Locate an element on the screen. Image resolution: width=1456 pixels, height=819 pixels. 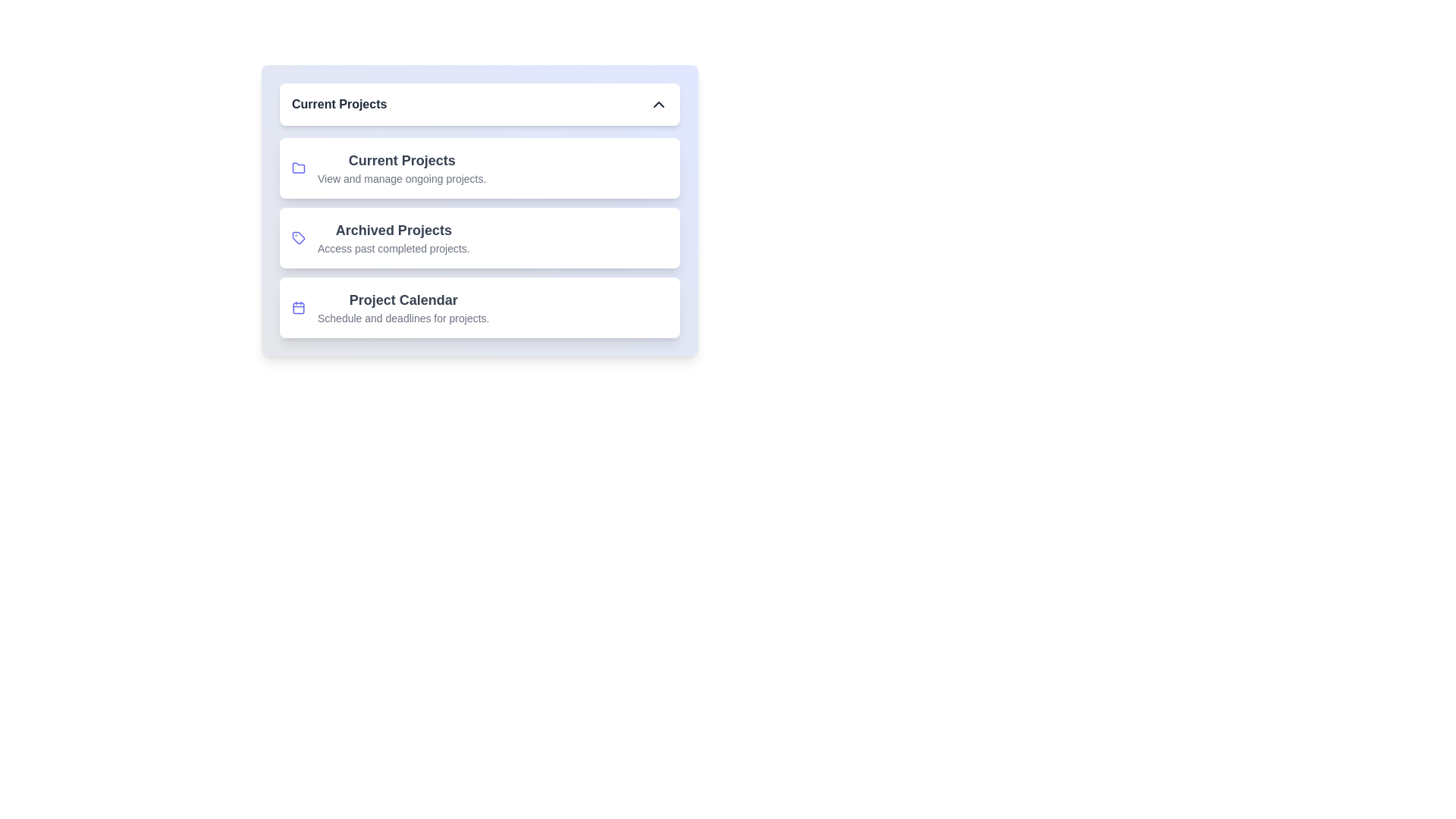
the project item Project Calendar from the navigation menu is located at coordinates (479, 307).